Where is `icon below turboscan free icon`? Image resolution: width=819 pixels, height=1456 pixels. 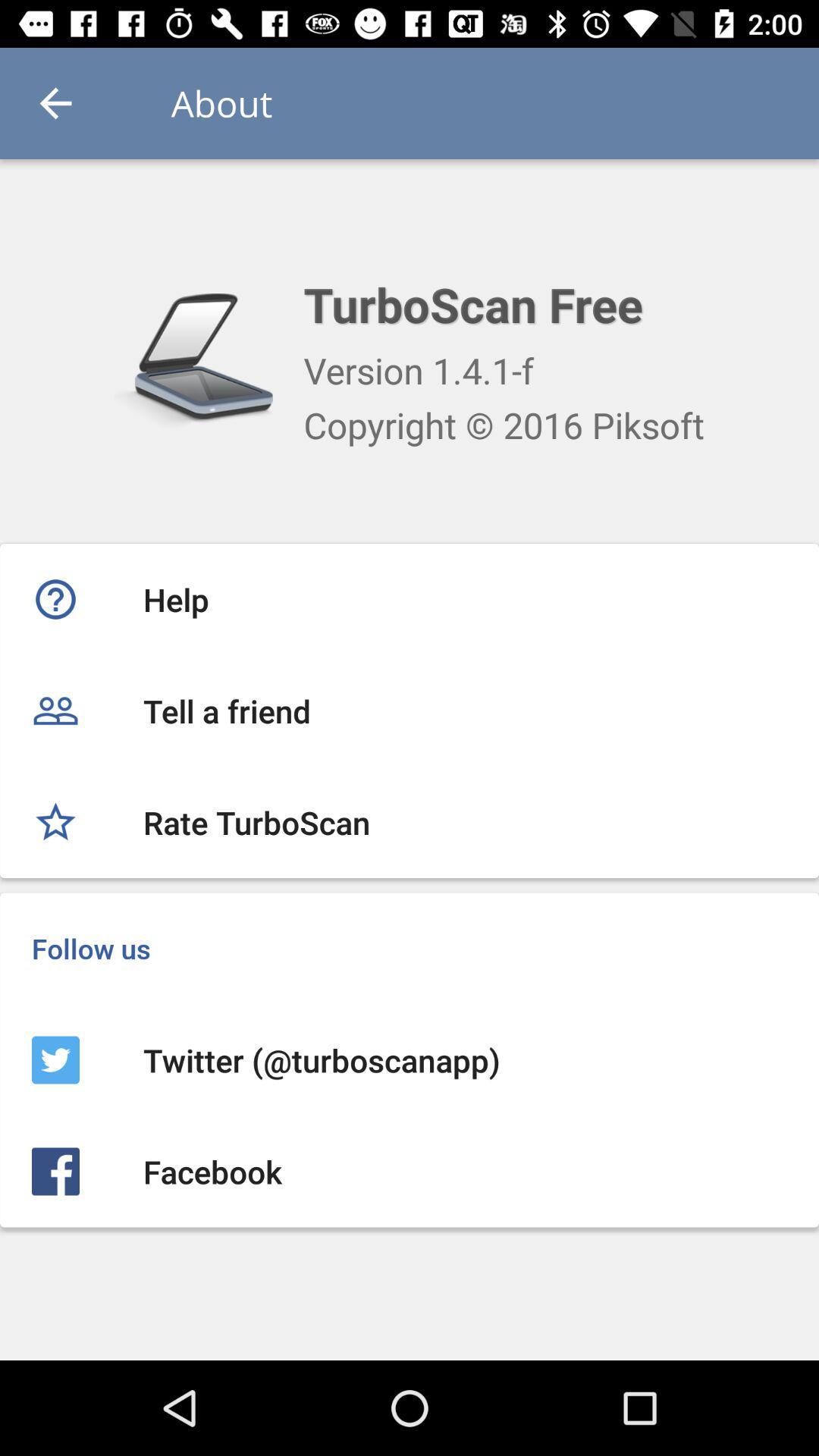 icon below turboscan free icon is located at coordinates (419, 370).